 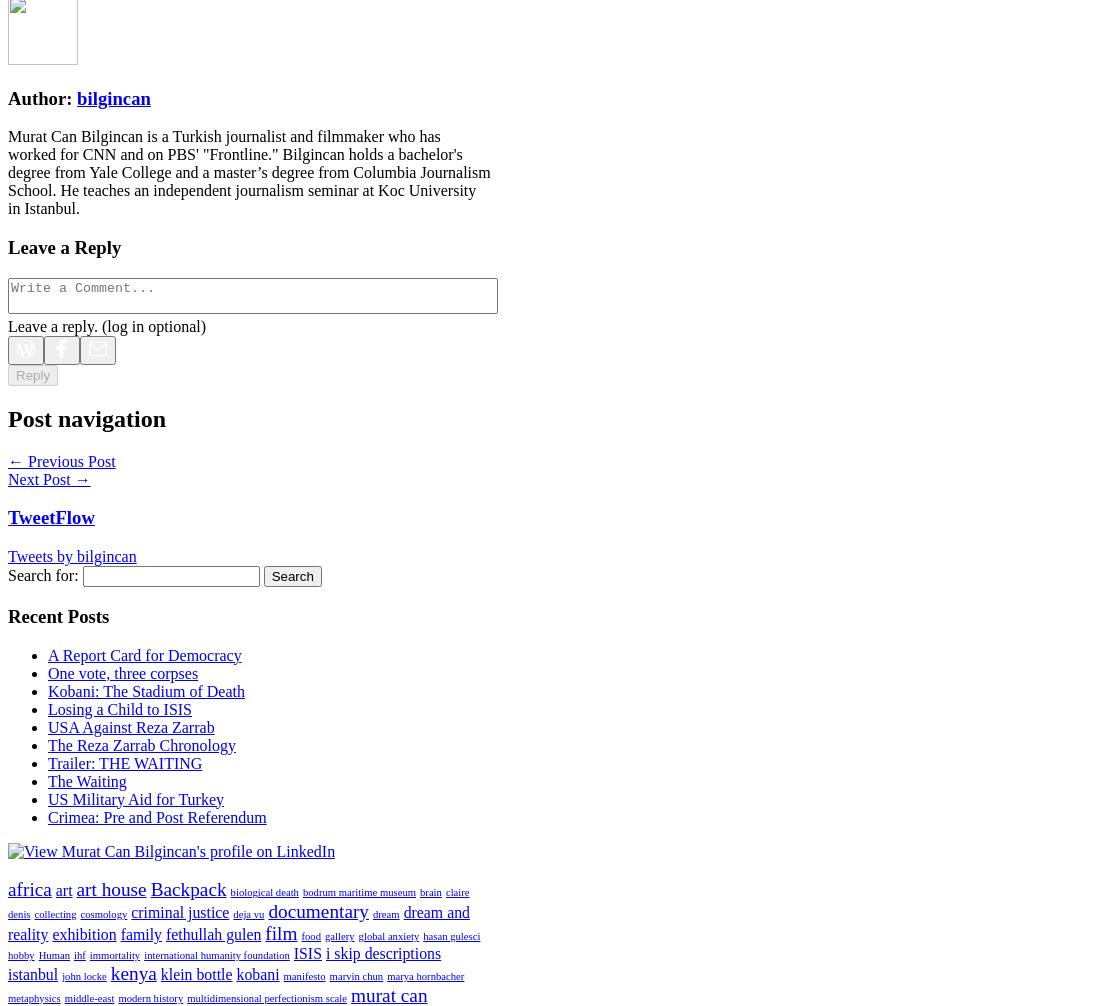 What do you see at coordinates (179, 911) in the screenshot?
I see `'criminal justice'` at bounding box center [179, 911].